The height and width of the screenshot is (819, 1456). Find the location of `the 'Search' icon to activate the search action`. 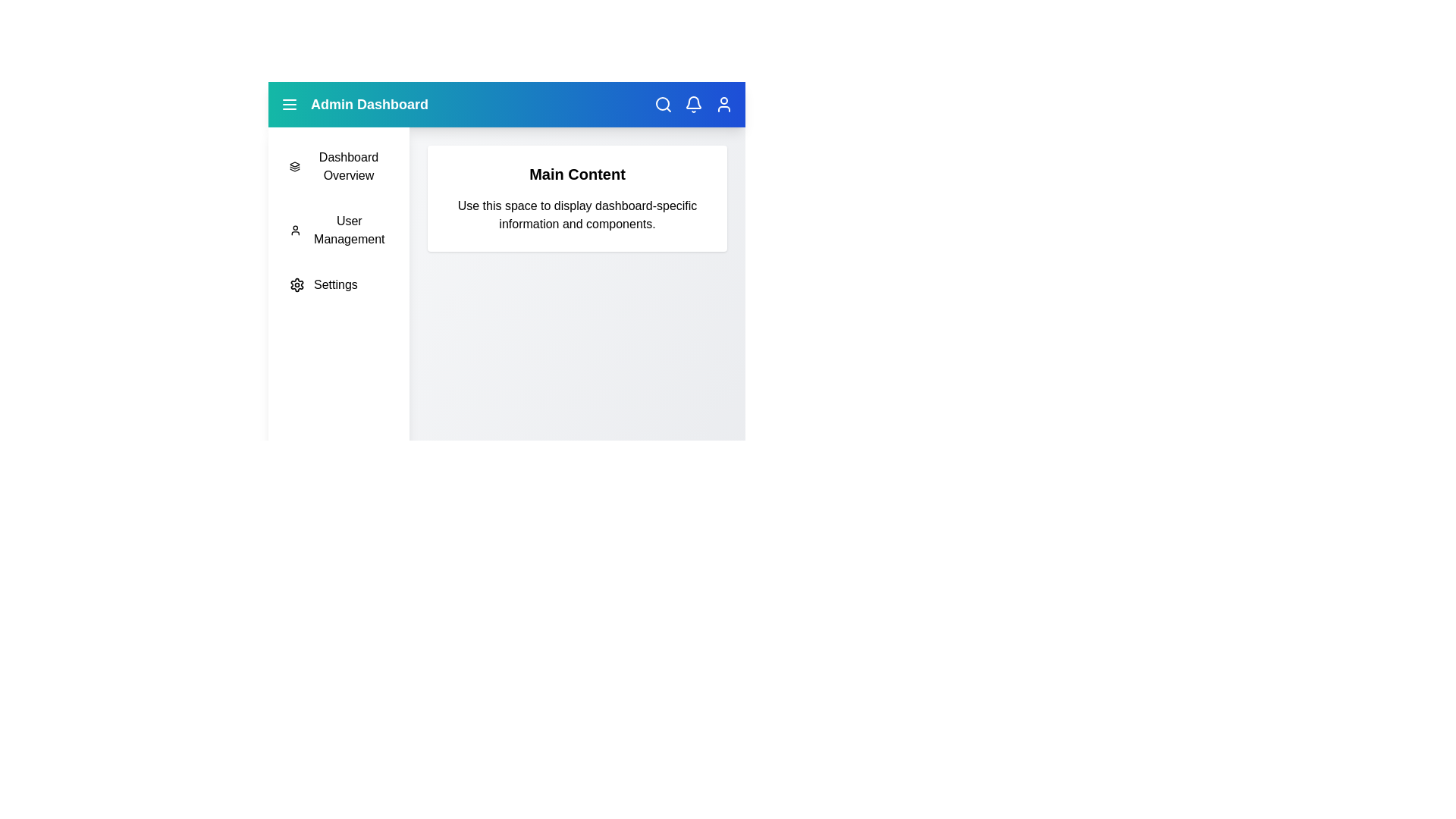

the 'Search' icon to activate the search action is located at coordinates (663, 104).